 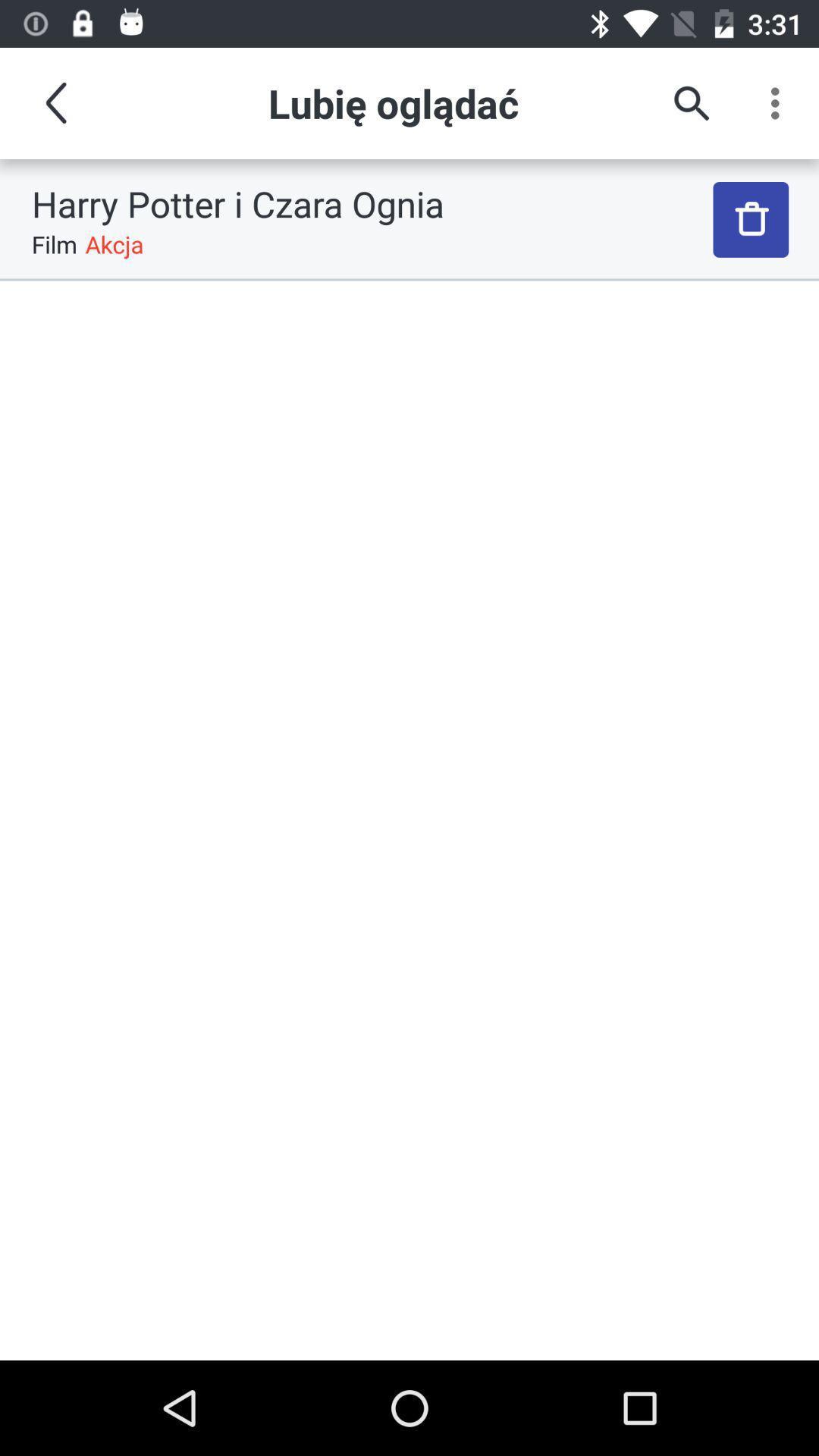 What do you see at coordinates (55, 102) in the screenshot?
I see `icon above harry potter i` at bounding box center [55, 102].